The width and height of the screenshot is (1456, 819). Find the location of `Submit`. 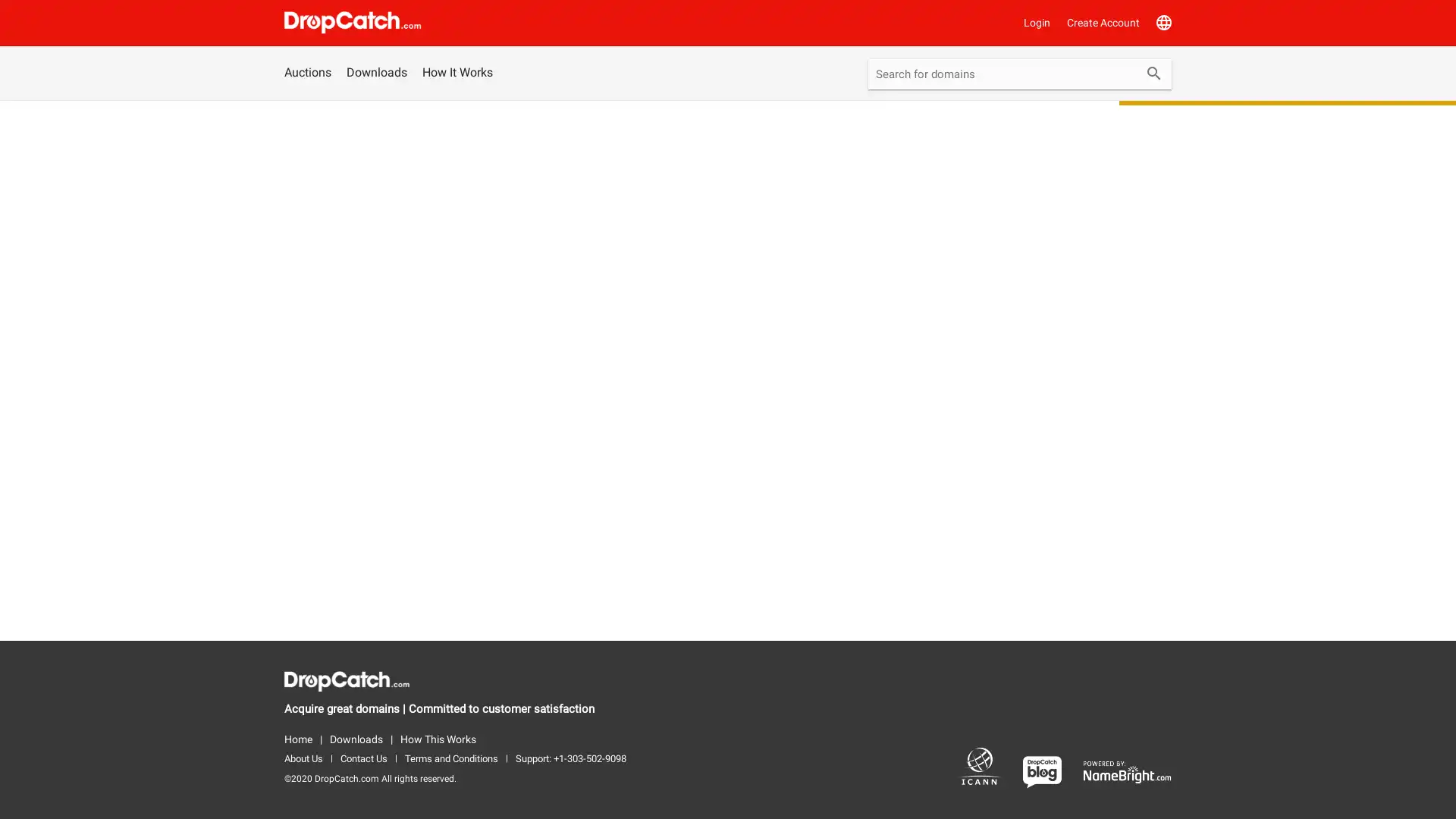

Submit is located at coordinates (1153, 75).